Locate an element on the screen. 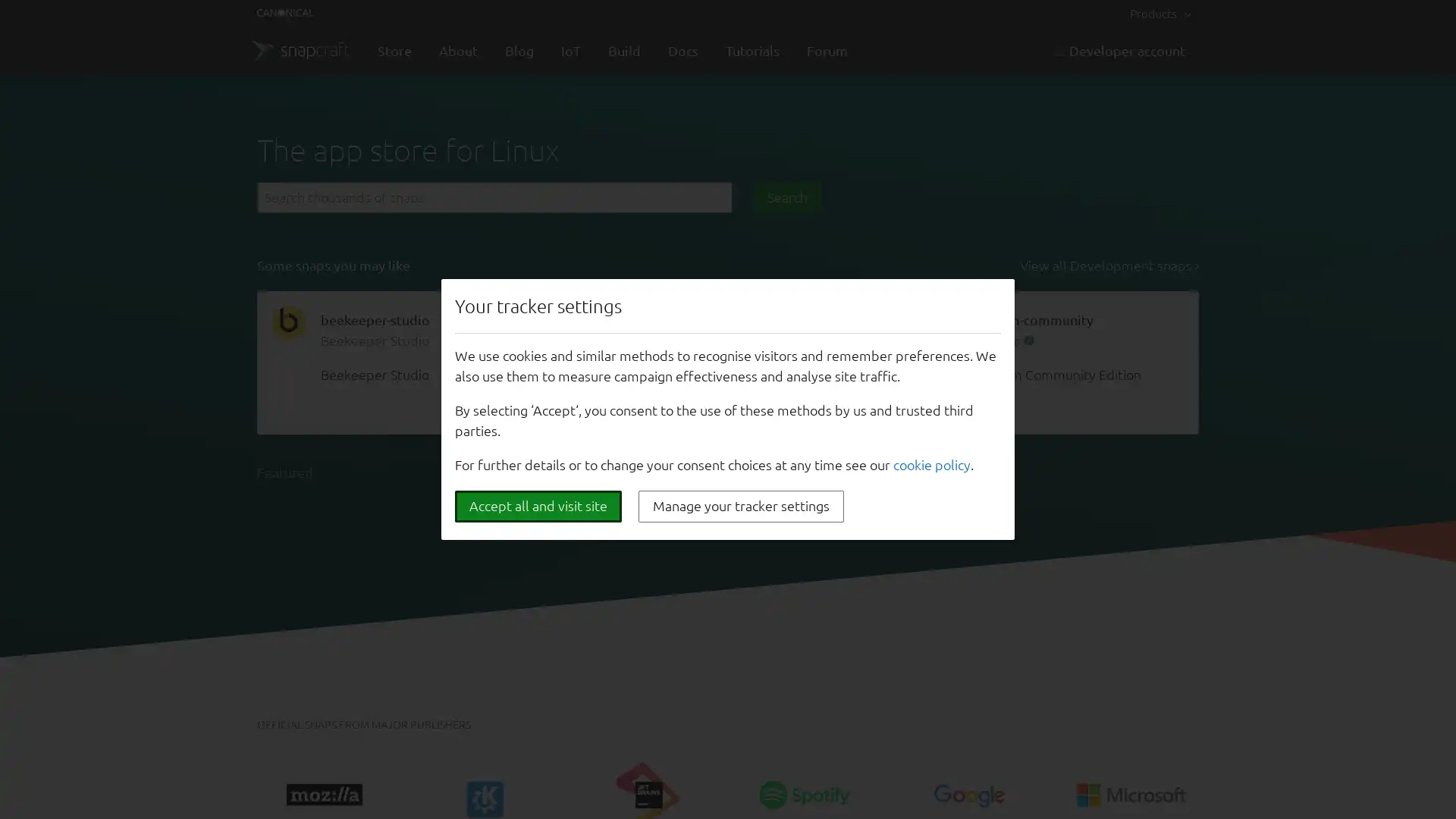 The height and width of the screenshot is (819, 1456). Search is located at coordinates (787, 196).